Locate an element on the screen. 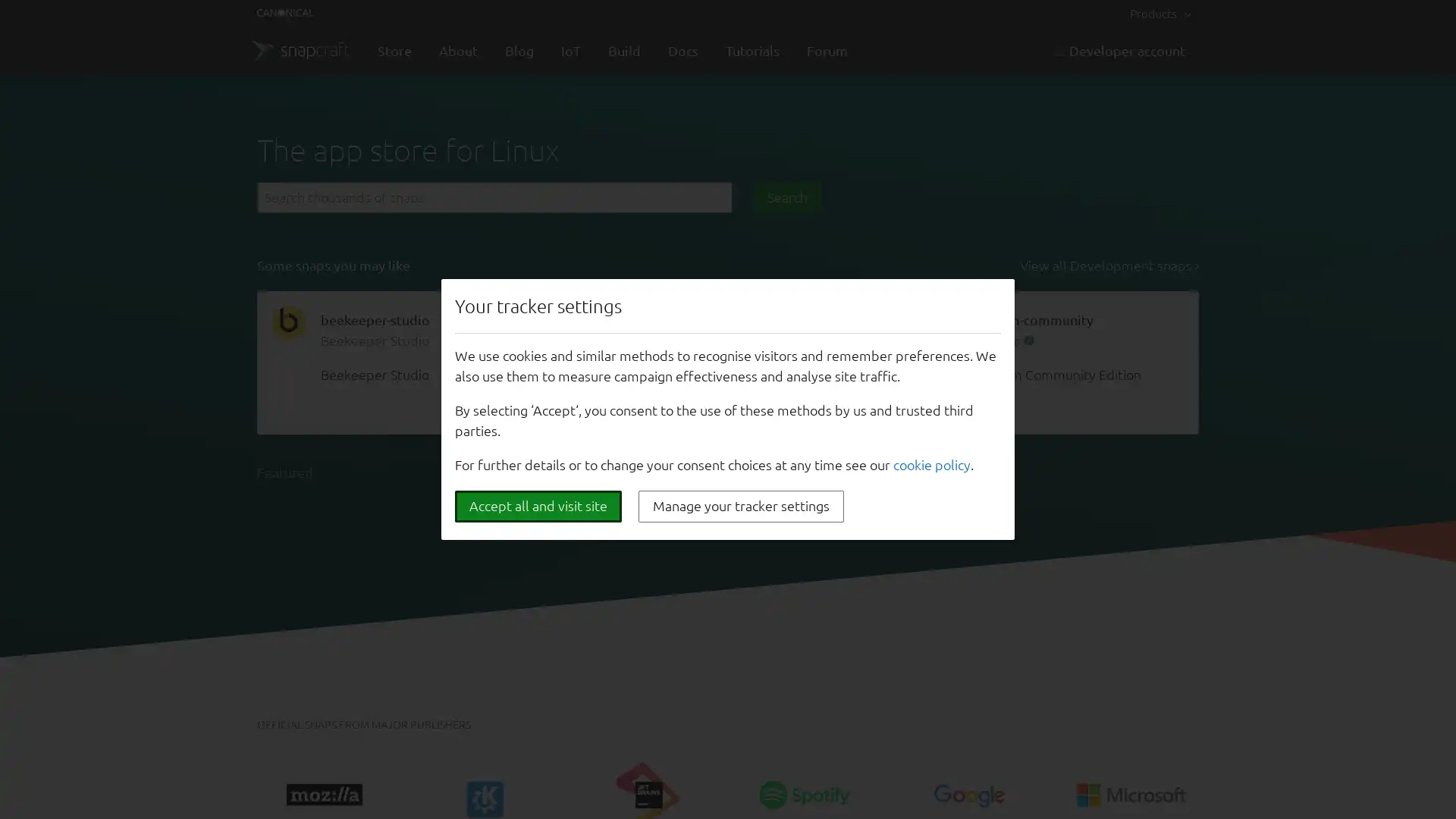 The height and width of the screenshot is (819, 1456). Search is located at coordinates (787, 196).